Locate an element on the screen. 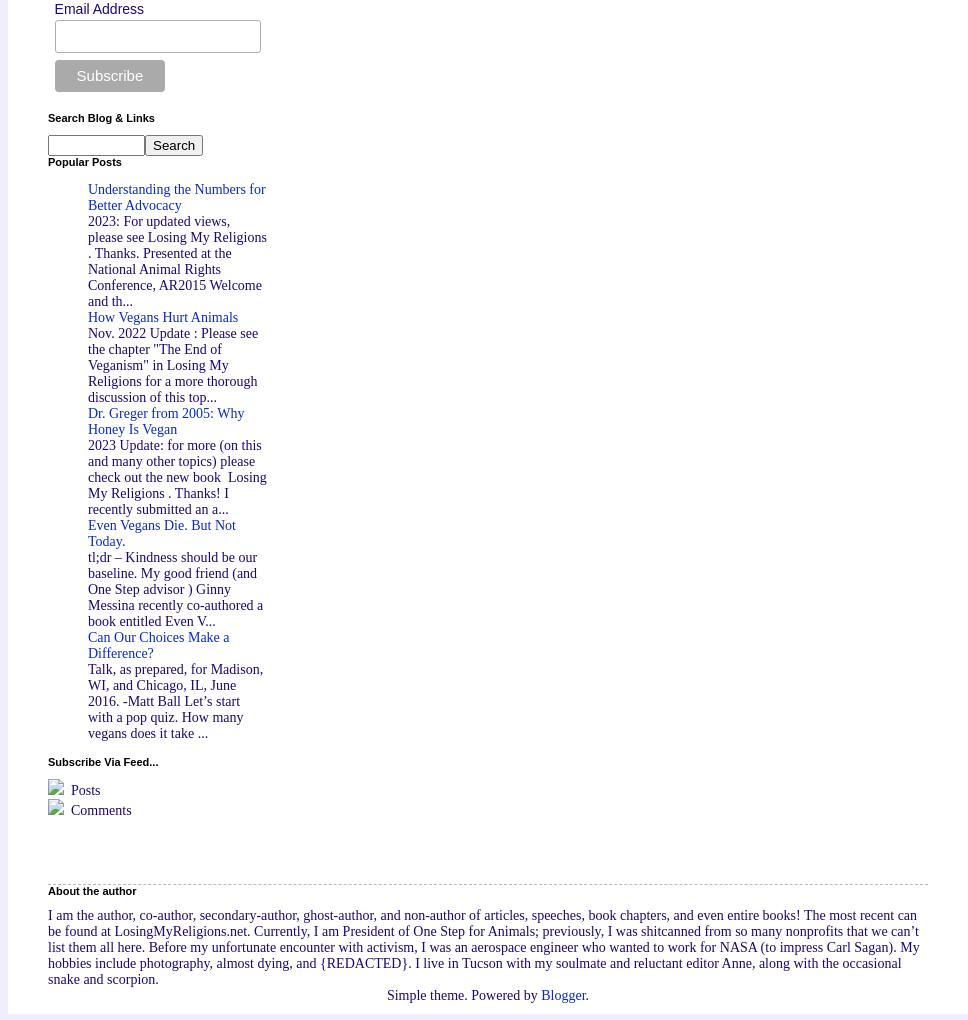  'Simple theme. Powered by' is located at coordinates (462, 994).